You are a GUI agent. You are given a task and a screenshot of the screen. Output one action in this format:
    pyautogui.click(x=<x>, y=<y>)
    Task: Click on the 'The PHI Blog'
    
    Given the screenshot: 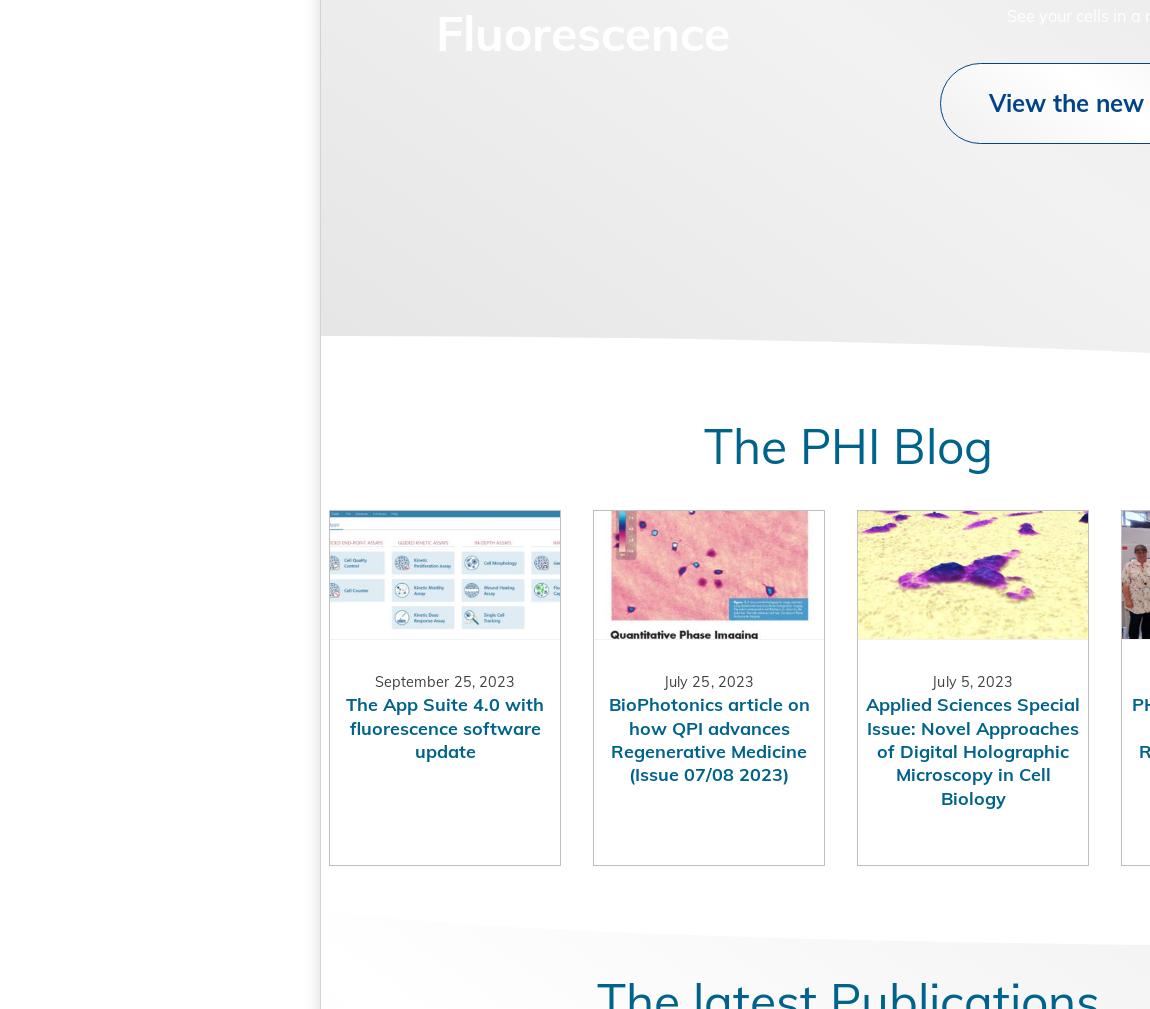 What is the action you would take?
    pyautogui.click(x=734, y=519)
    